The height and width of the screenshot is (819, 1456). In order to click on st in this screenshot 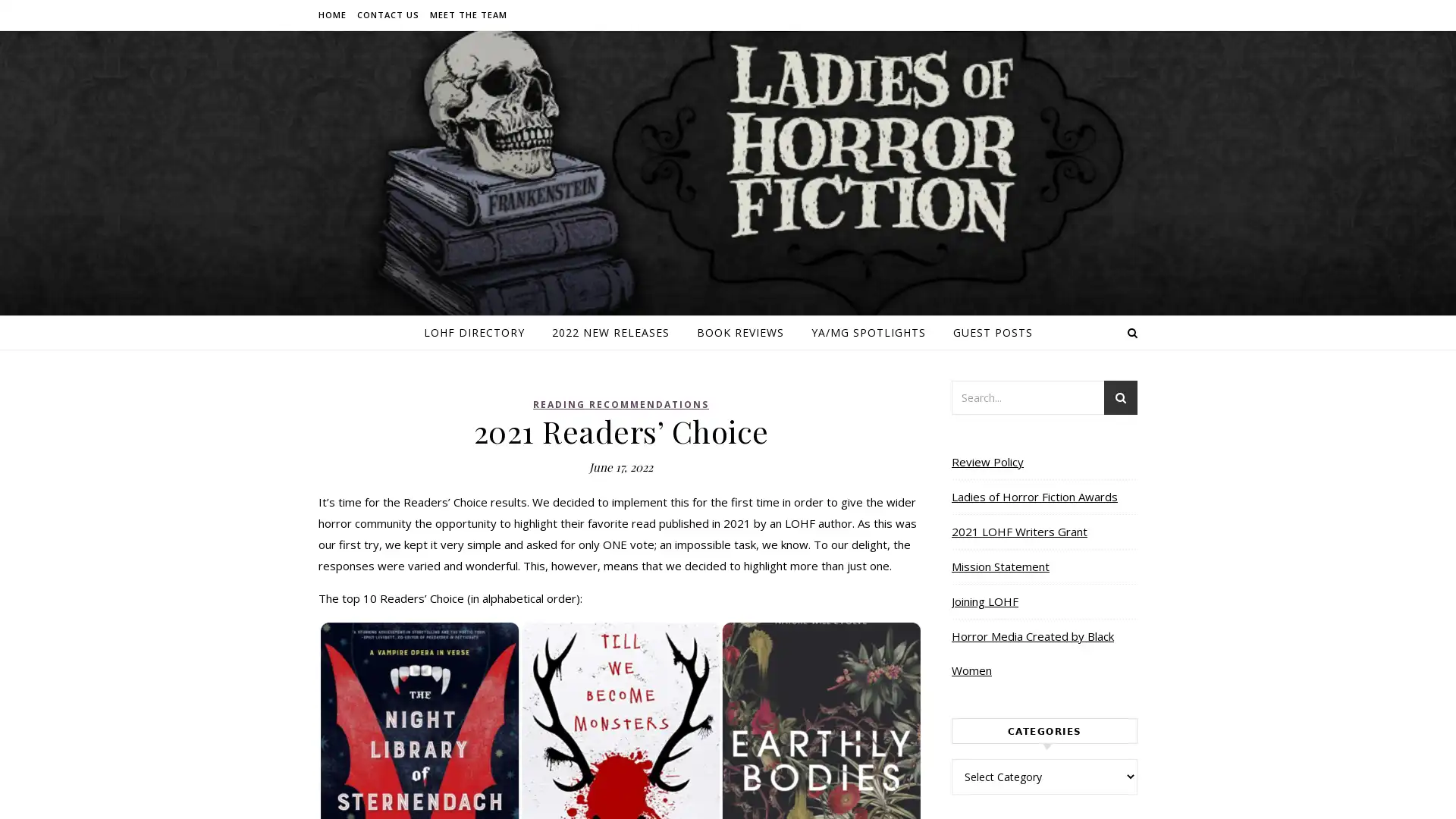, I will do `click(1121, 399)`.